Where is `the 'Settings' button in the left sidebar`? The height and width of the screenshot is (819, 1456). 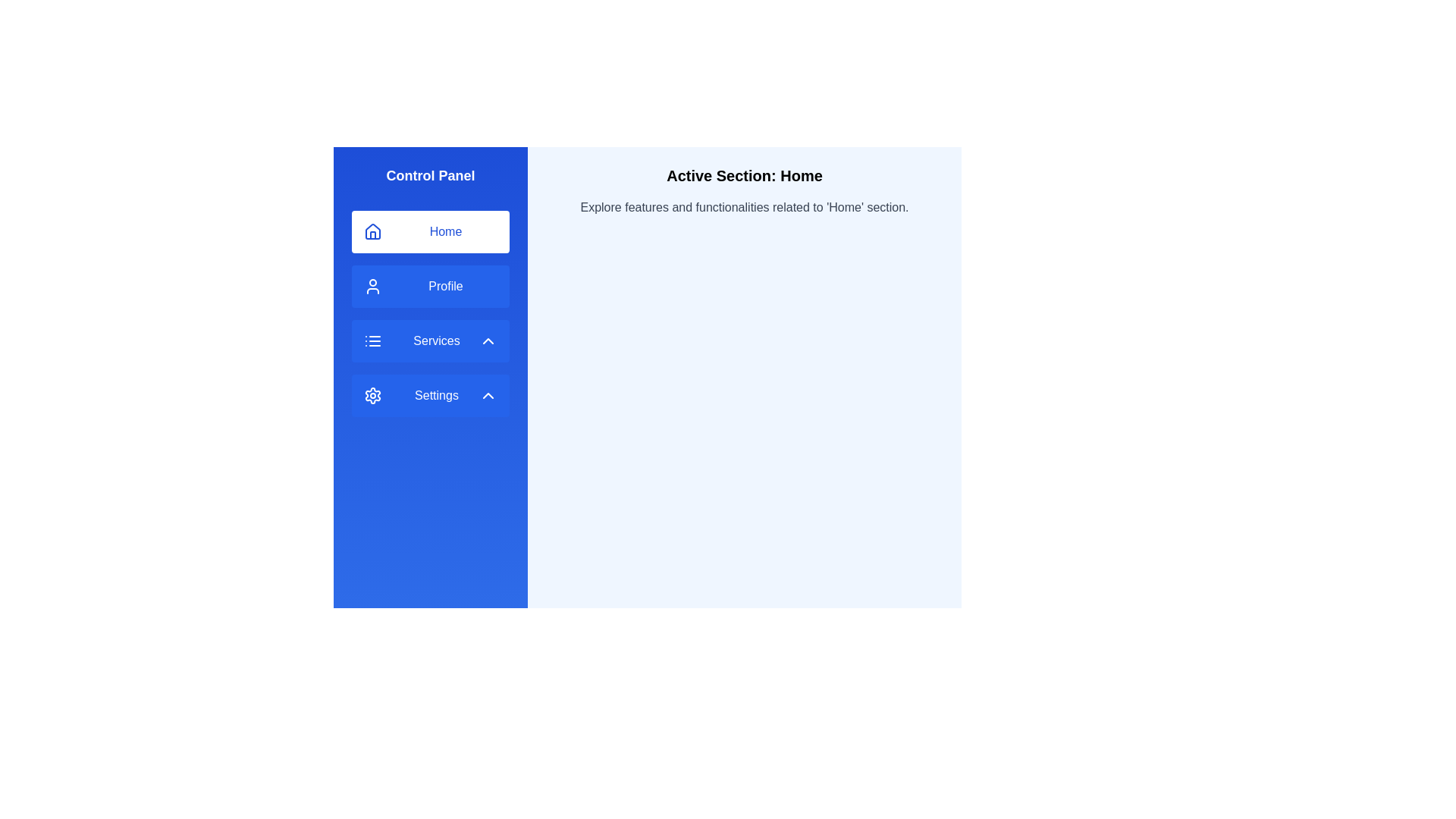
the 'Settings' button in the left sidebar is located at coordinates (429, 394).